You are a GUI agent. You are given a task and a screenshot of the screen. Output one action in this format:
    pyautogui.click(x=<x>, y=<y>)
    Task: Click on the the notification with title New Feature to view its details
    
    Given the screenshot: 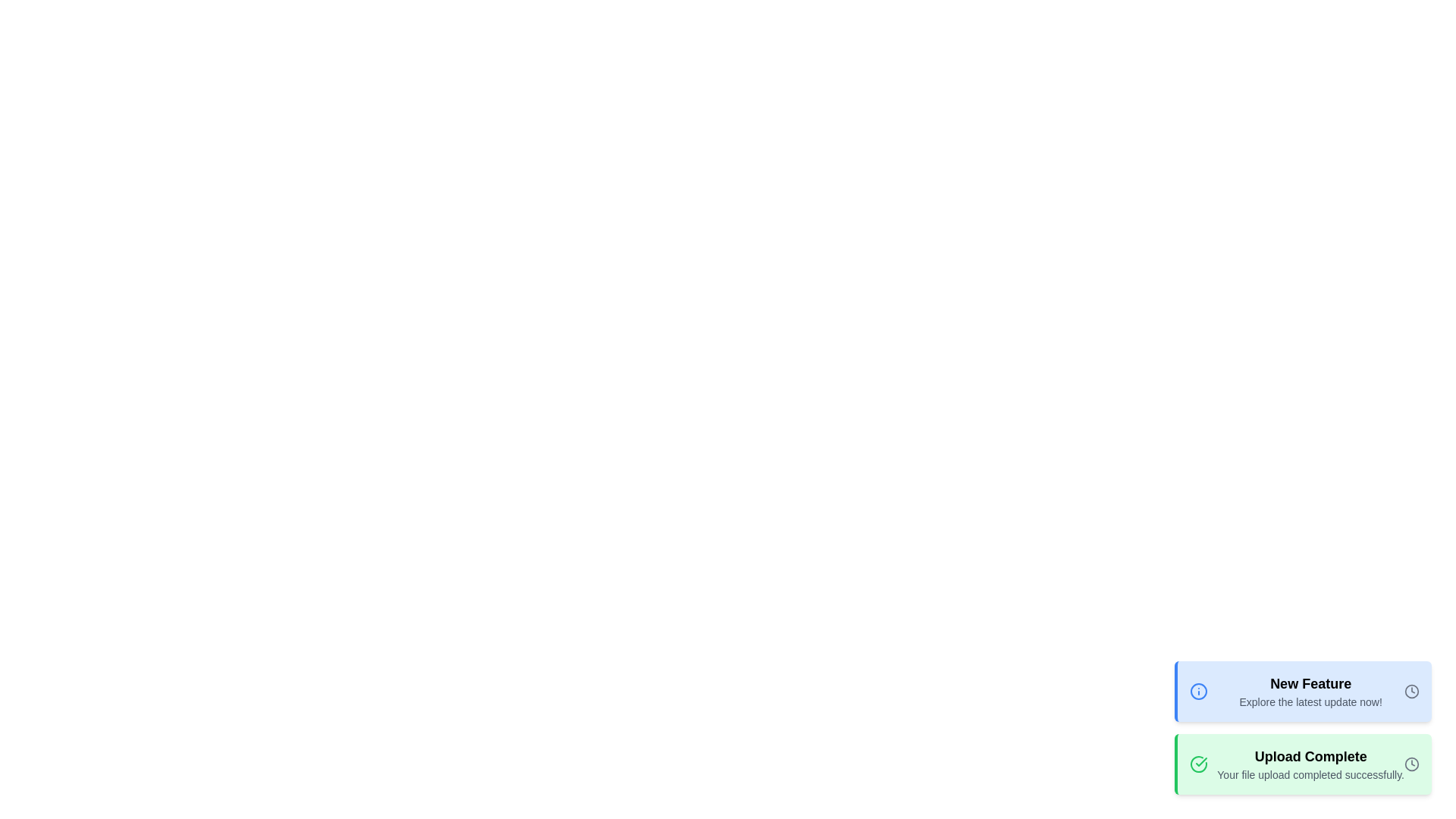 What is the action you would take?
    pyautogui.click(x=1302, y=691)
    